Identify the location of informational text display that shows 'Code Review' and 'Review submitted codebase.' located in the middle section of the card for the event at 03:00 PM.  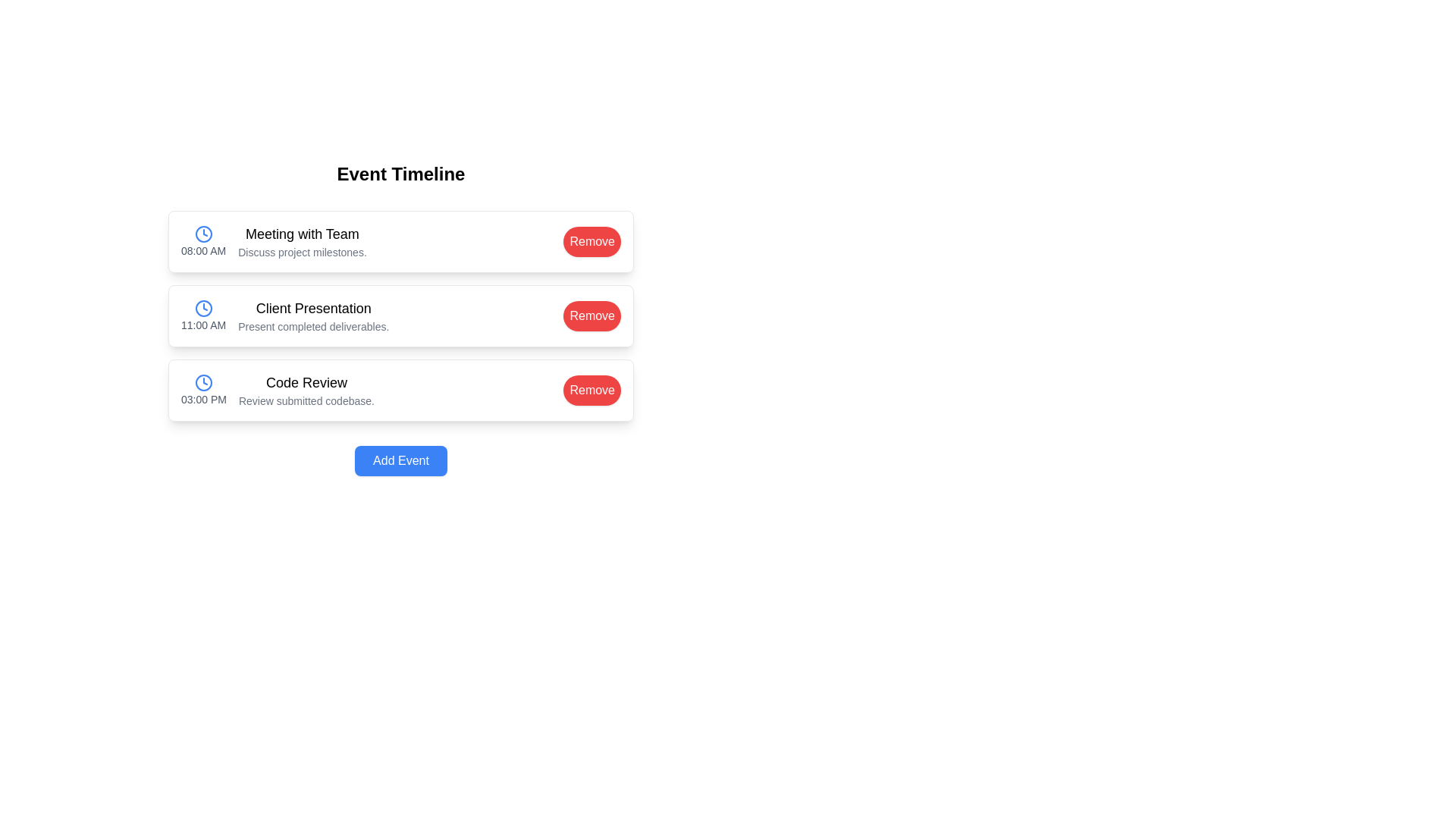
(306, 390).